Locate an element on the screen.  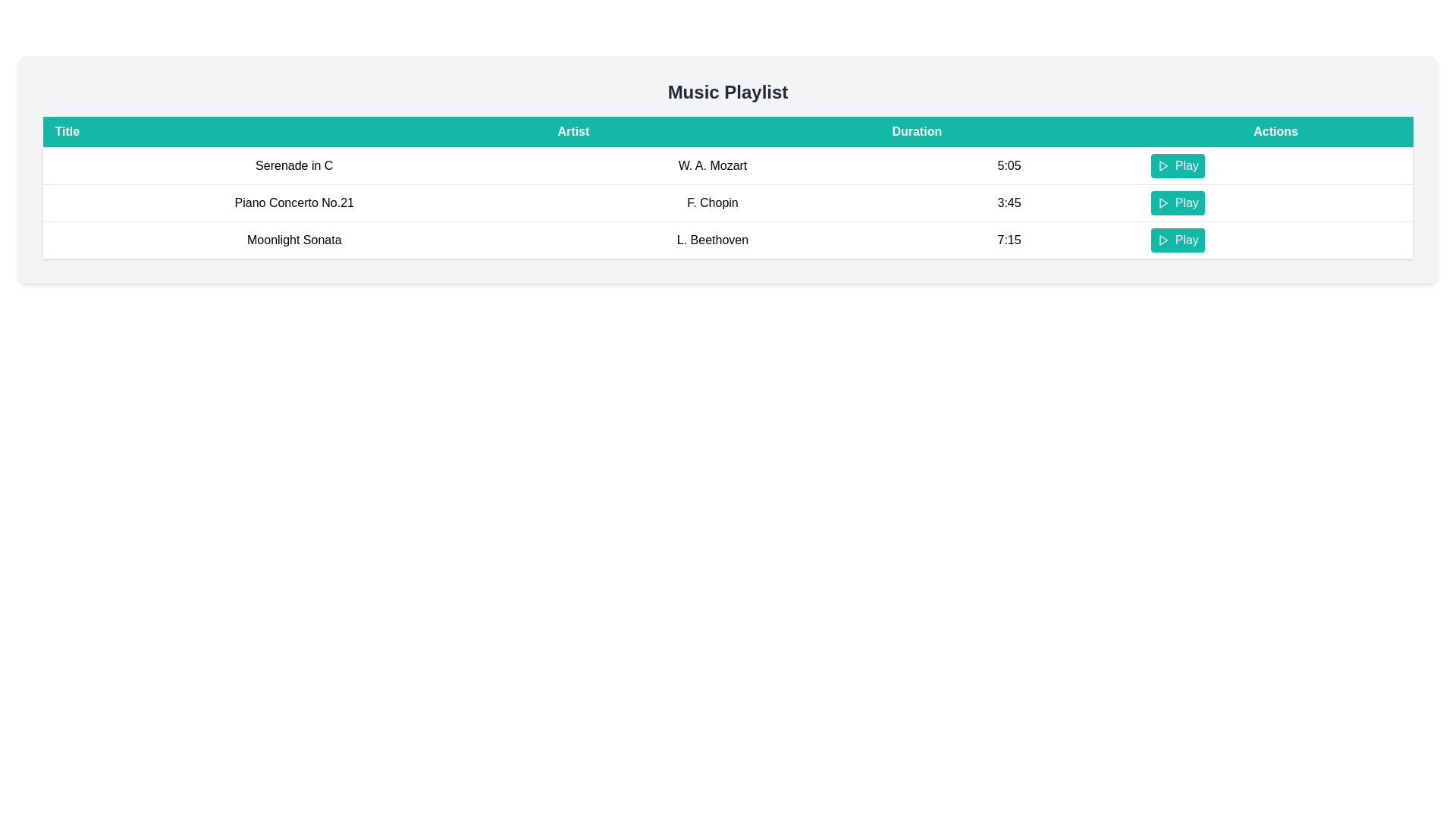
the text element displaying '7:15' in the 'Duration' column of the 'Moonlight Sonata' row is located at coordinates (1009, 239).